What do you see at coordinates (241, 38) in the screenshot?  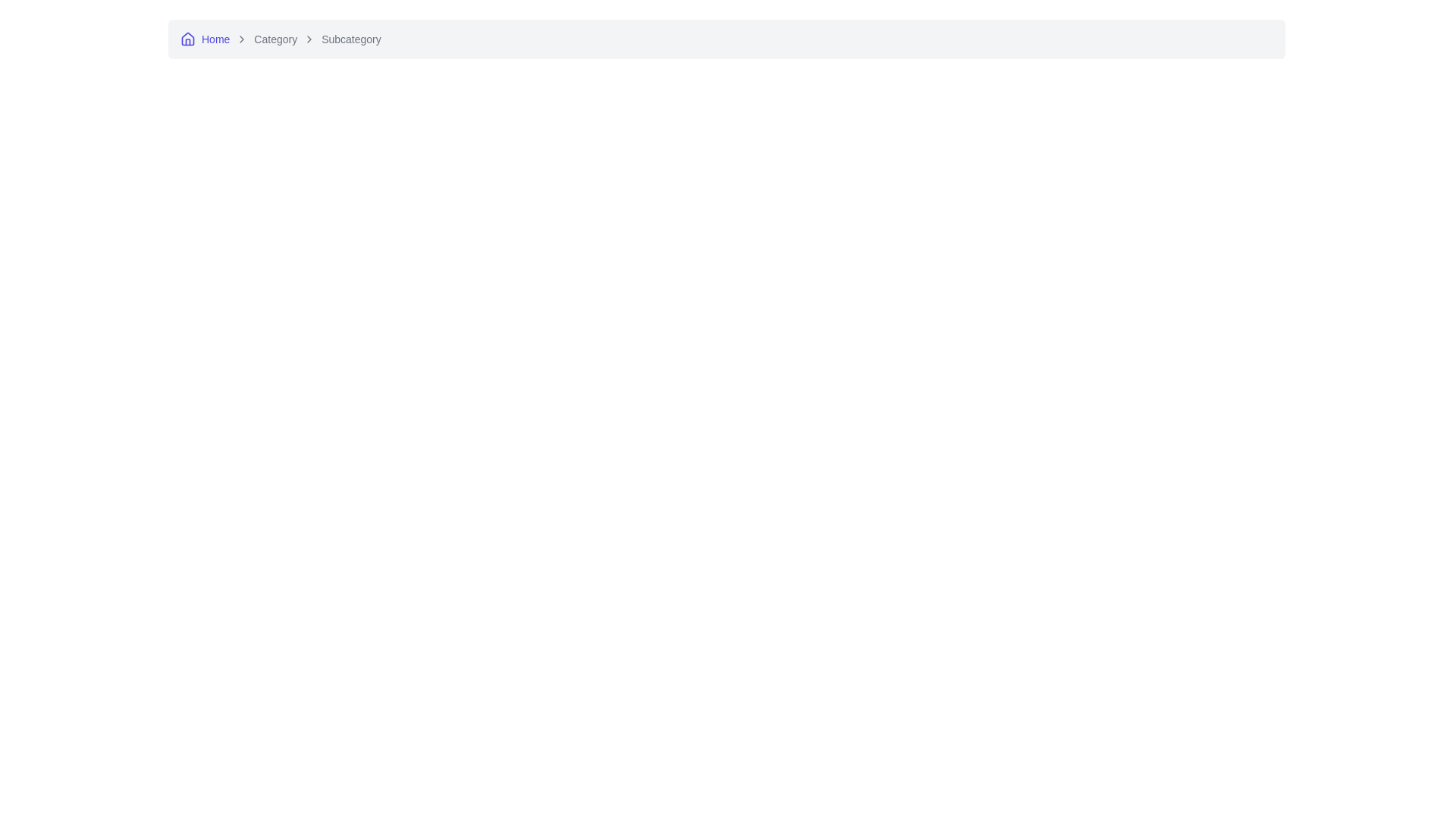 I see `the breadcrumb separator icon, which visually separates the 'Home' link and the 'Category' label, indicating navigation hierarchy` at bounding box center [241, 38].